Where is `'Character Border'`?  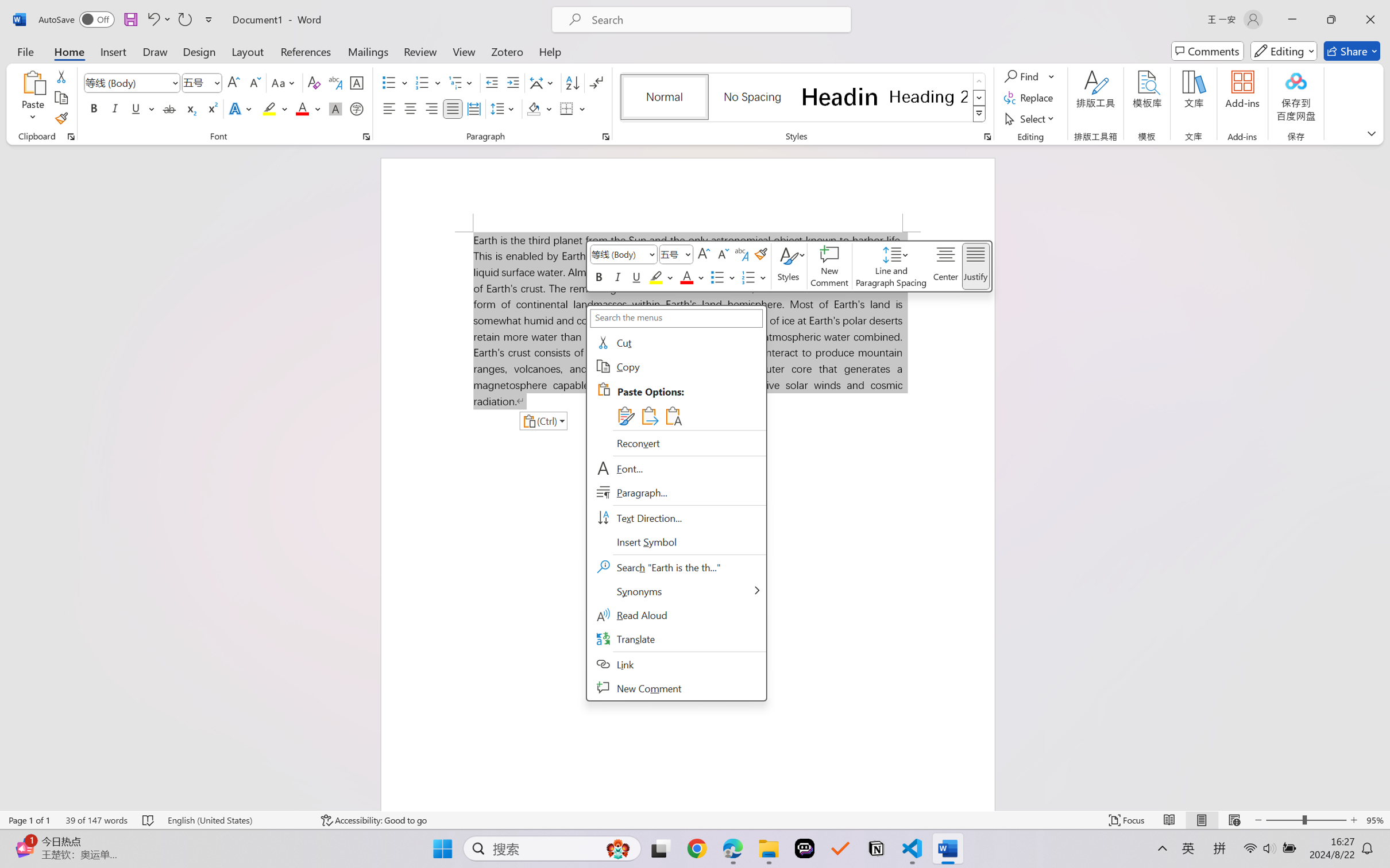
'Character Border' is located at coordinates (357, 83).